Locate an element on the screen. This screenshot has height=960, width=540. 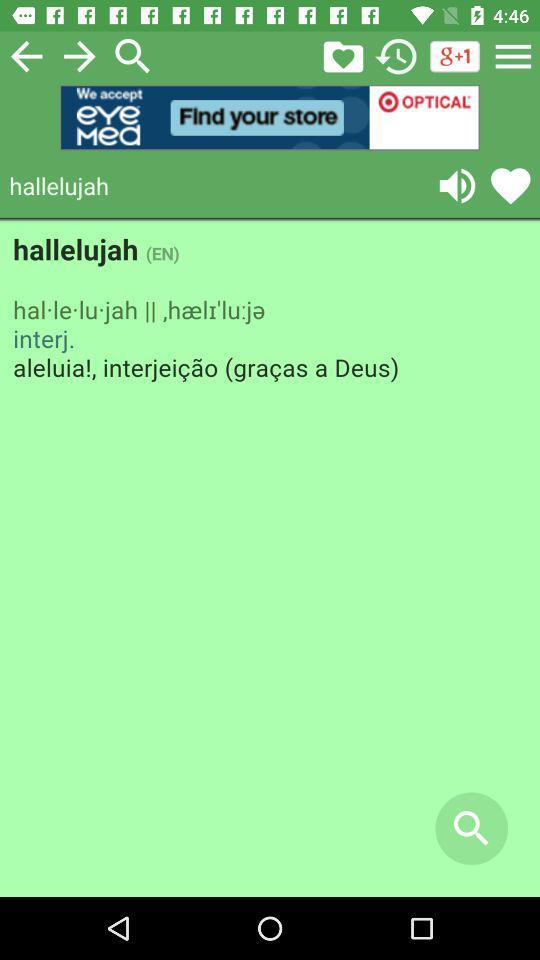
speaker option is located at coordinates (457, 185).